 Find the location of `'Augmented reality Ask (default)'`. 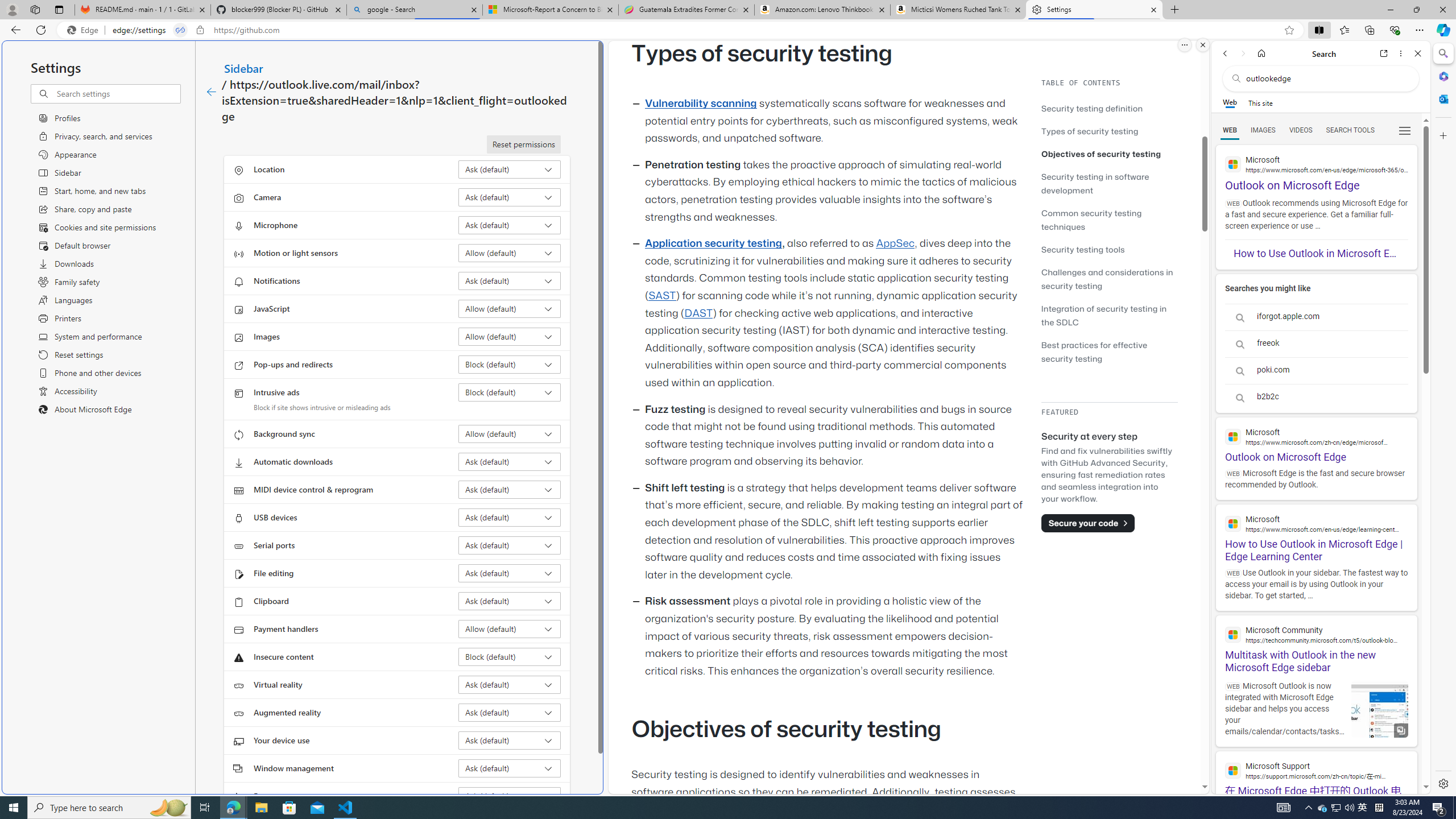

'Augmented reality Ask (default)' is located at coordinates (510, 712).